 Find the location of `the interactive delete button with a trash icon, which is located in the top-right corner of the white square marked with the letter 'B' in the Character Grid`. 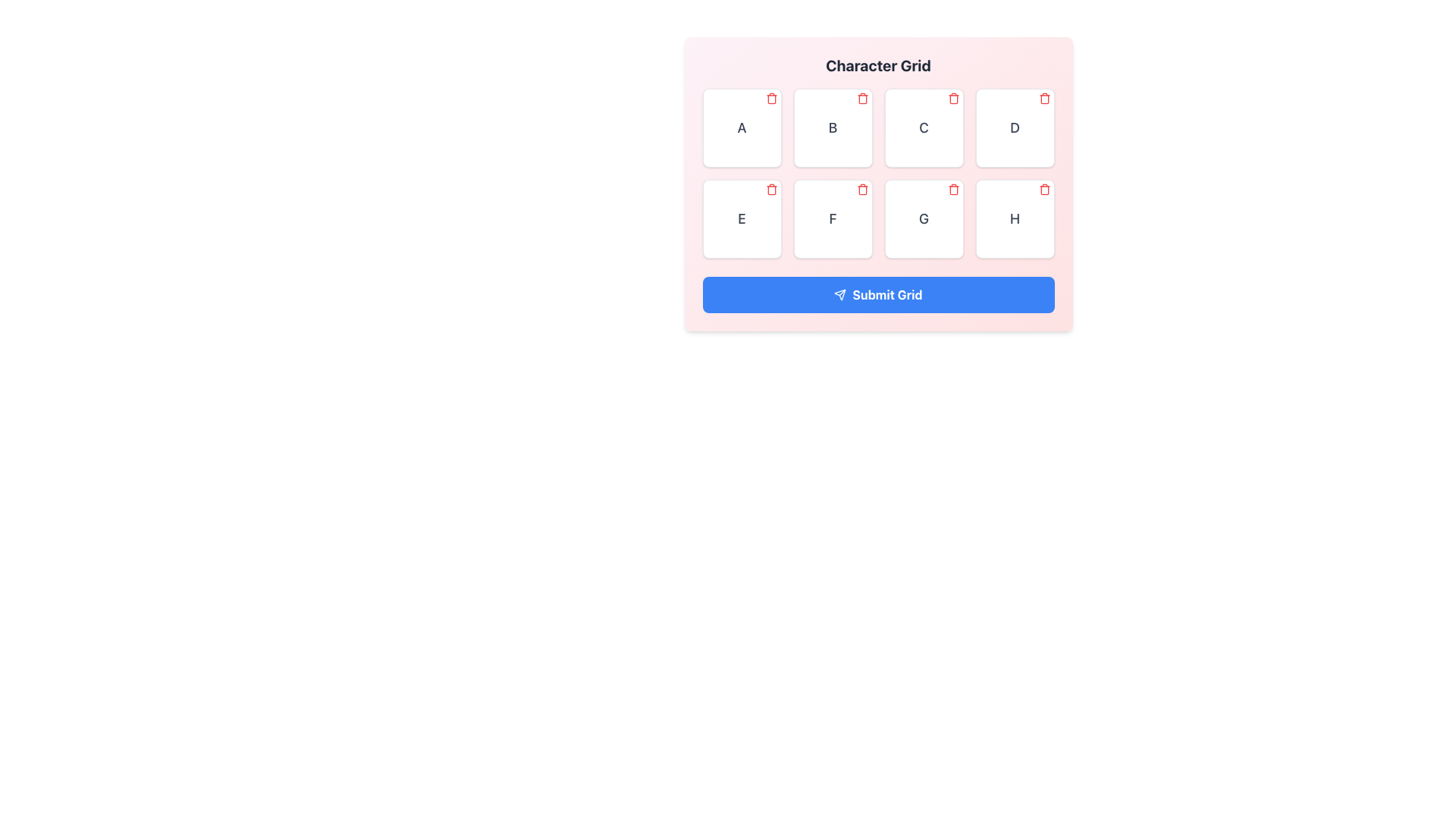

the interactive delete button with a trash icon, which is located in the top-right corner of the white square marked with the letter 'B' in the Character Grid is located at coordinates (862, 99).